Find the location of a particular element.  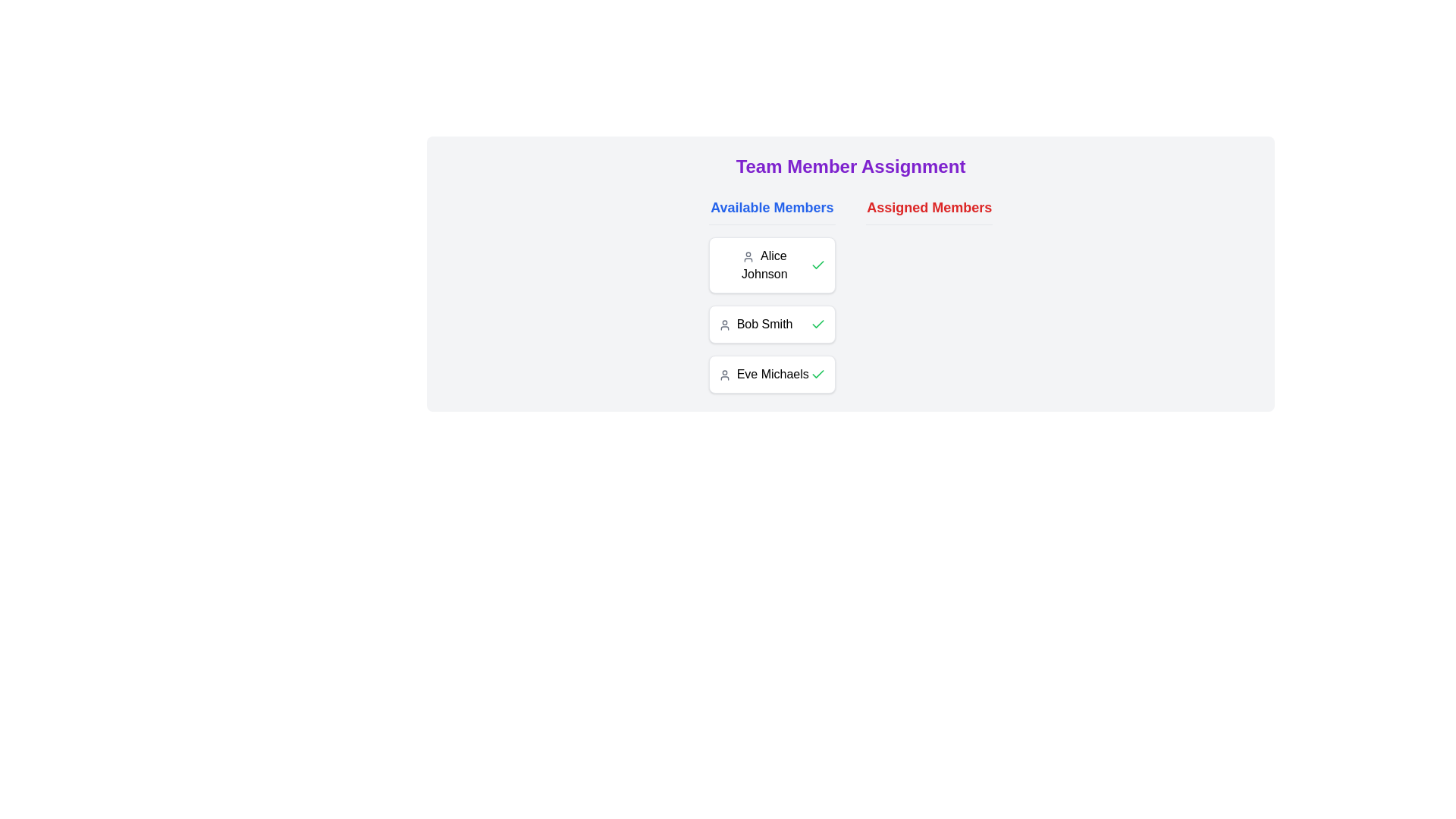

the user card displaying the name 'Bob Smith' located is located at coordinates (772, 324).